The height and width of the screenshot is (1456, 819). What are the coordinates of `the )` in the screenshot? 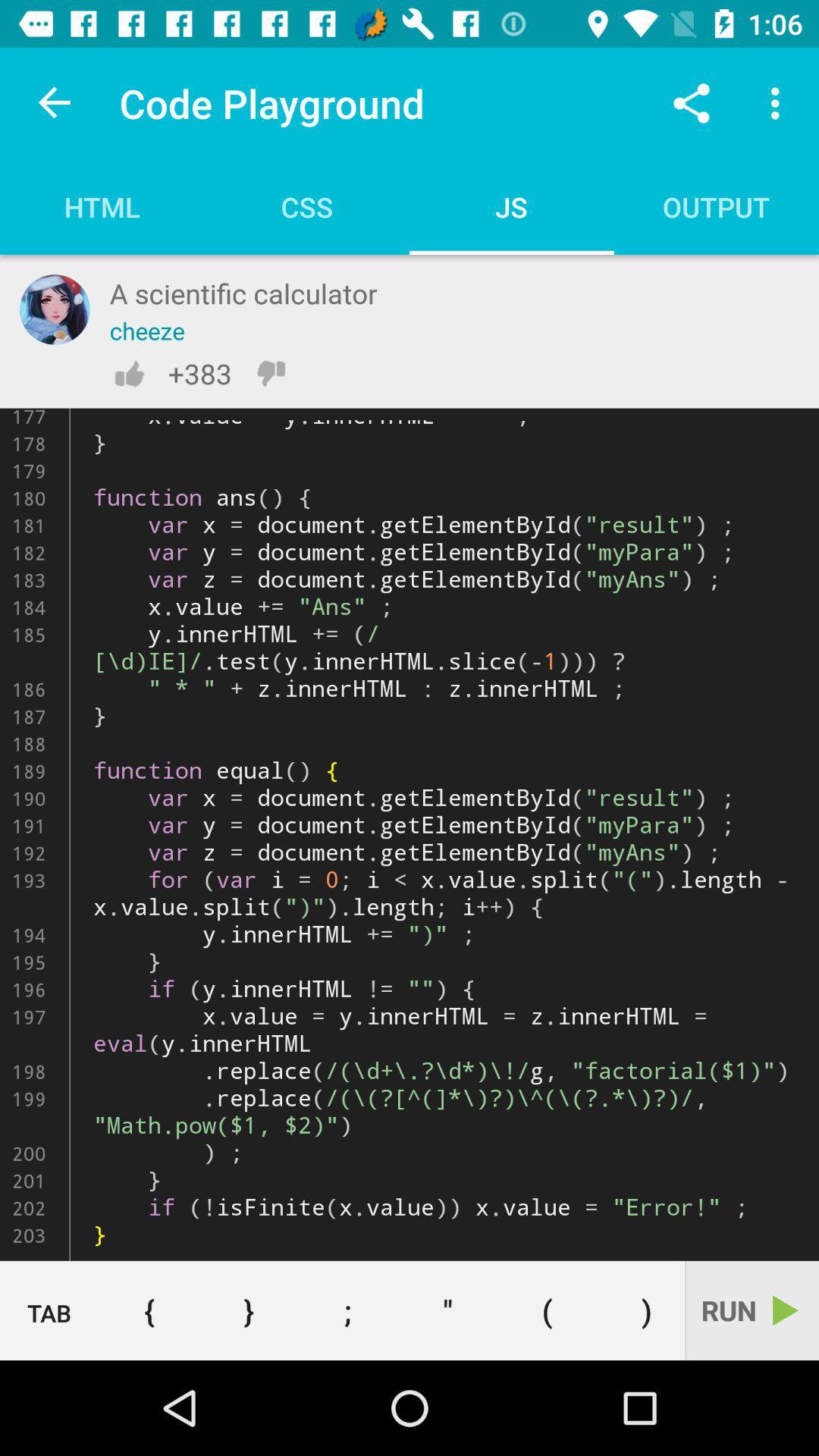 It's located at (641, 1310).